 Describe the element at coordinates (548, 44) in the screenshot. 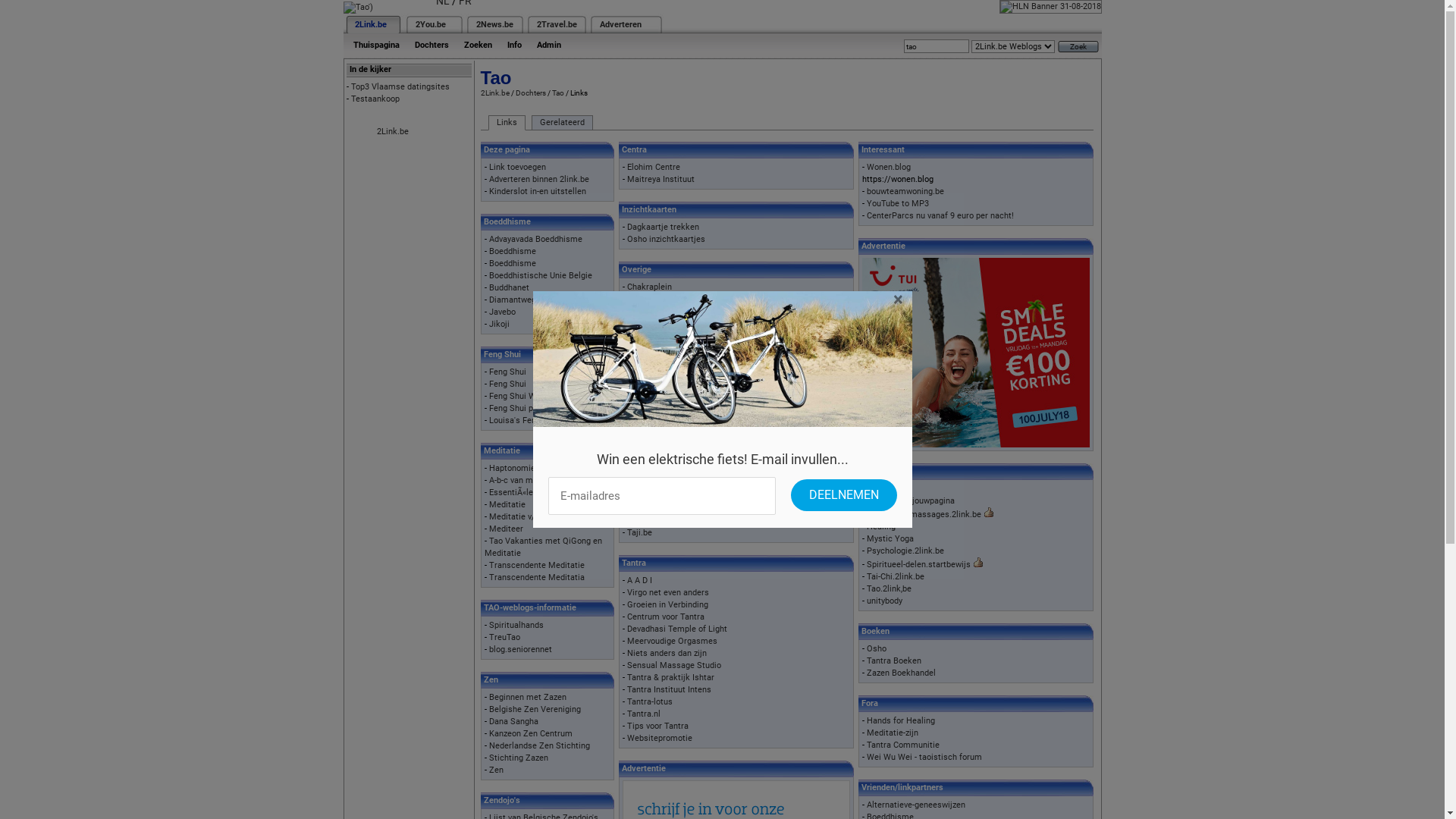

I see `'Admin'` at that location.